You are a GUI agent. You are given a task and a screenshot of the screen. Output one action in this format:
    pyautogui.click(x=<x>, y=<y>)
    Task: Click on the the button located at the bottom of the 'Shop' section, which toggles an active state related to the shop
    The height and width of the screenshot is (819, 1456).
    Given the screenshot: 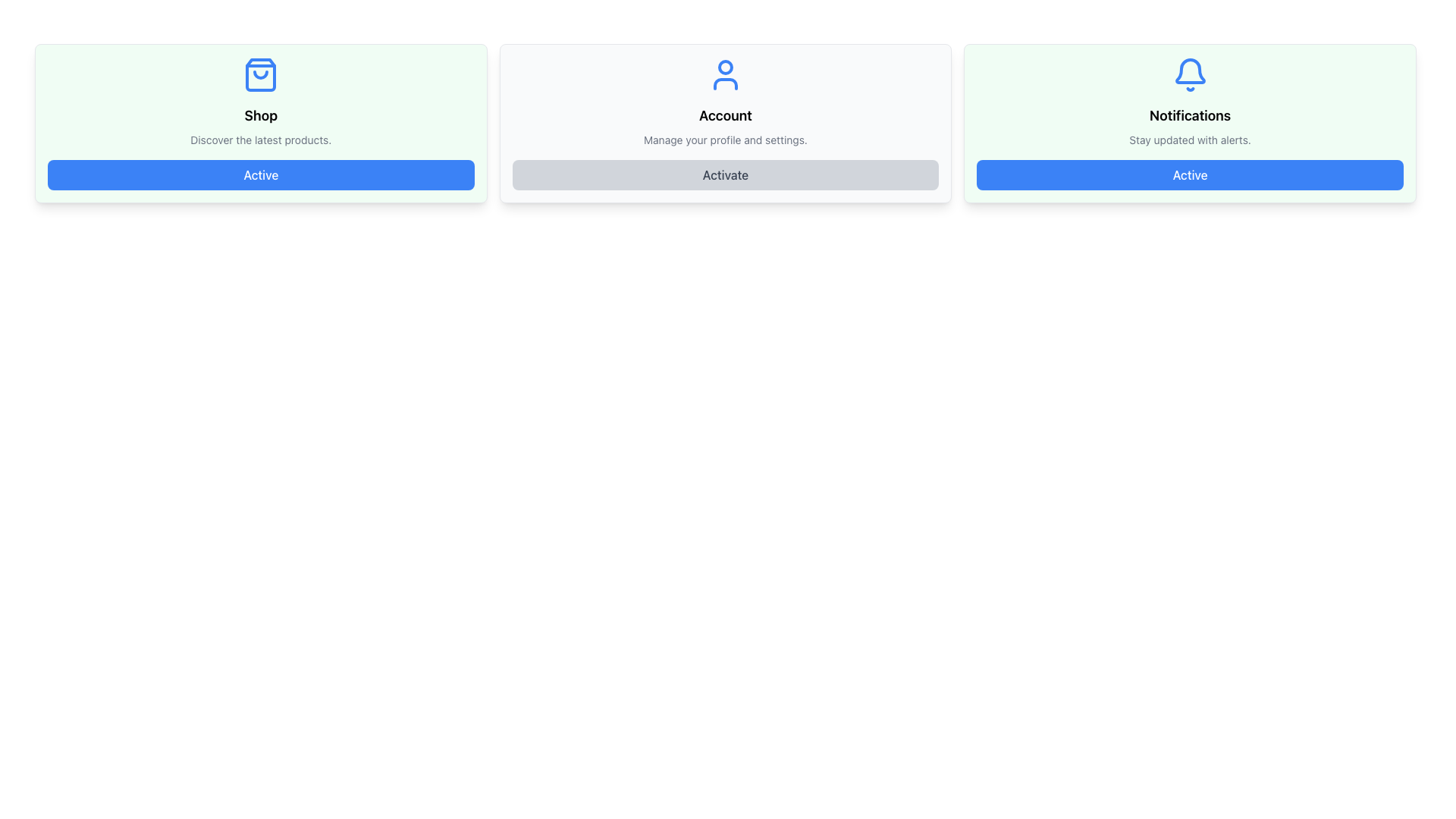 What is the action you would take?
    pyautogui.click(x=261, y=174)
    